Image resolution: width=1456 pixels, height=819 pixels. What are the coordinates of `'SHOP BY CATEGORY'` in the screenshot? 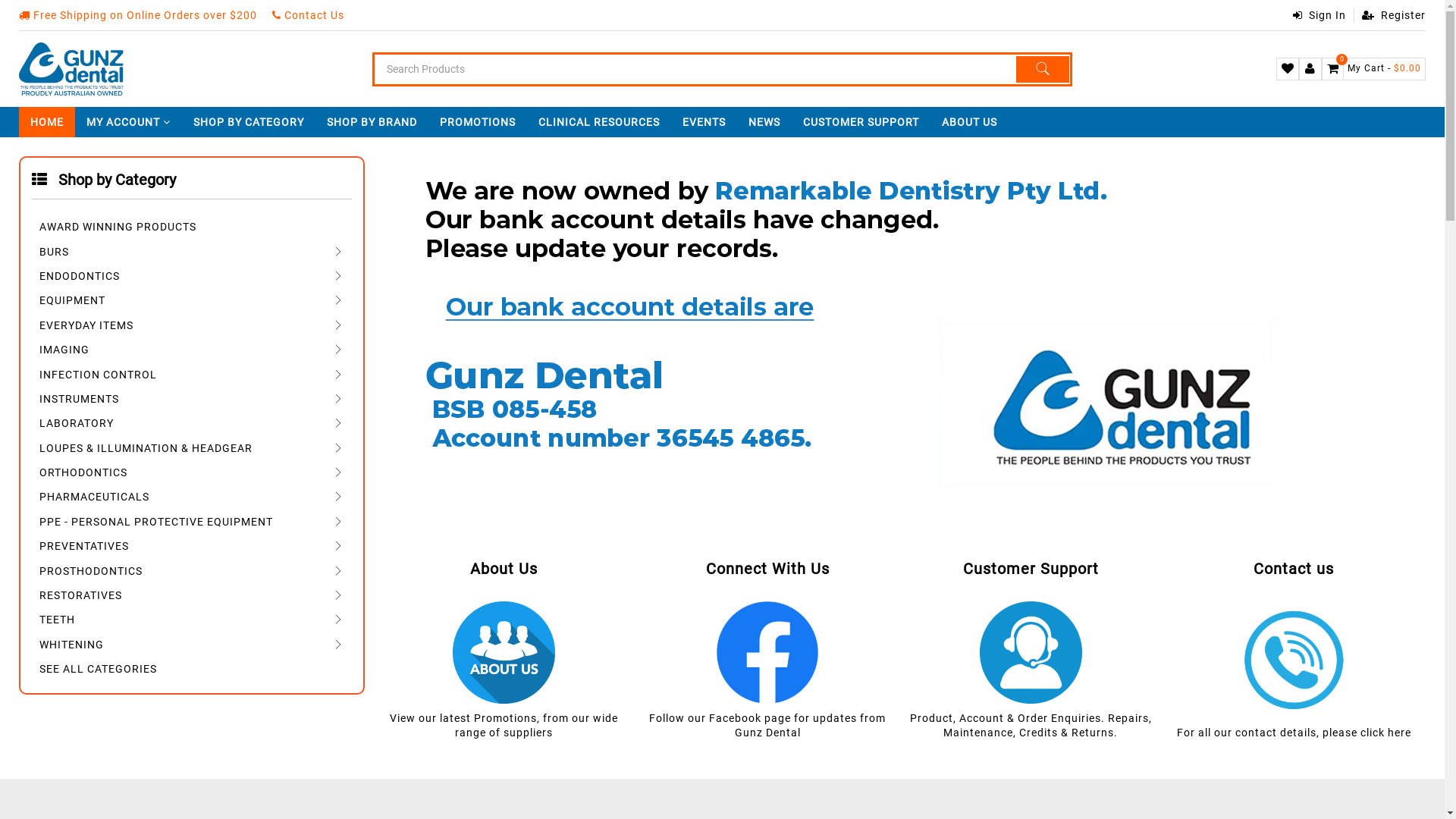 It's located at (248, 121).